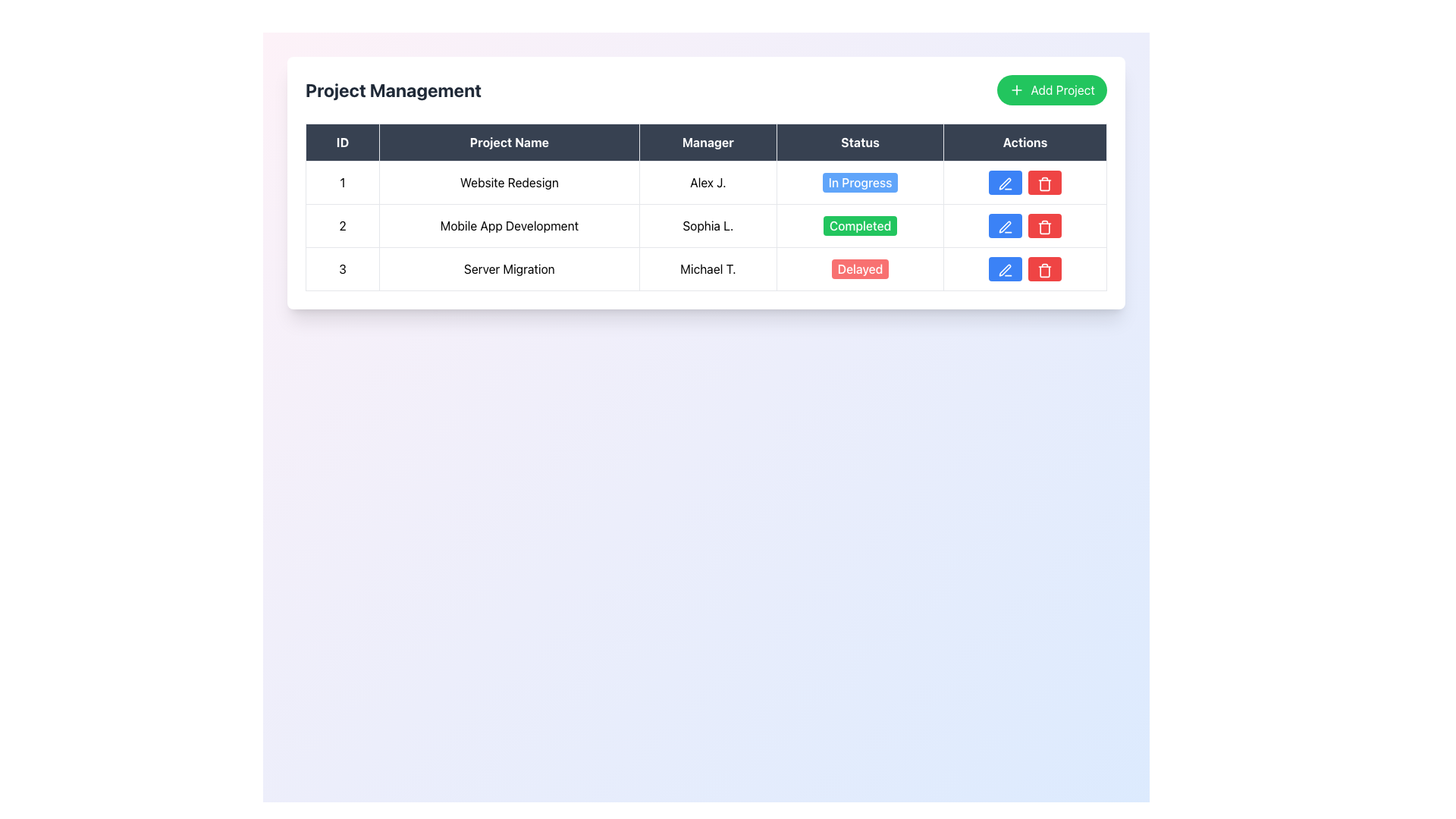 This screenshot has width=1456, height=819. I want to click on the delete button located in the second position of the 'Actions' column in the third row of the table for 'Server Migration', so click(1043, 268).